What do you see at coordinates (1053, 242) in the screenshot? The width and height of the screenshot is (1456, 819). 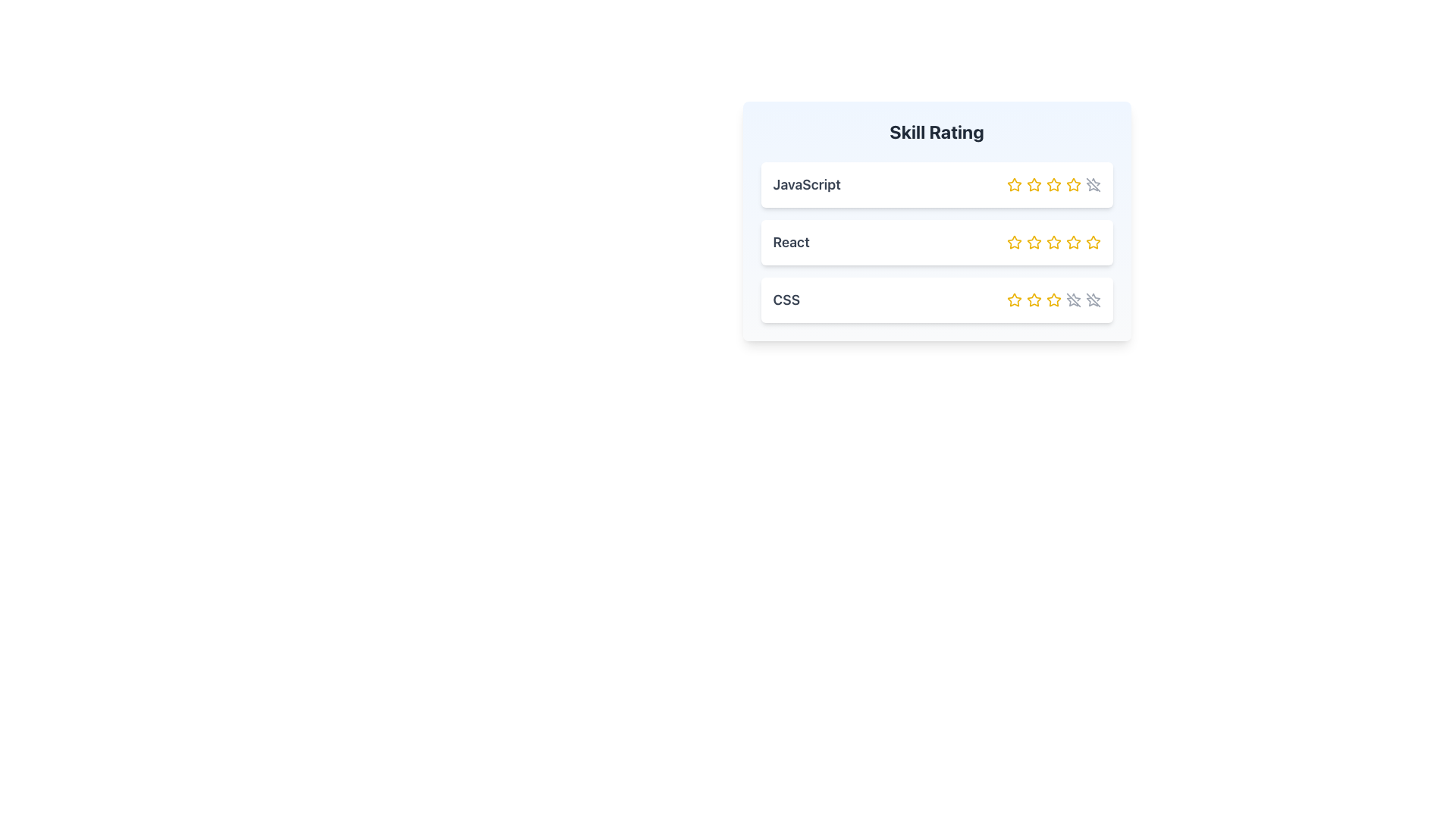 I see `the central star of the rating stars in the second row of the 'React' list to set a rating` at bounding box center [1053, 242].